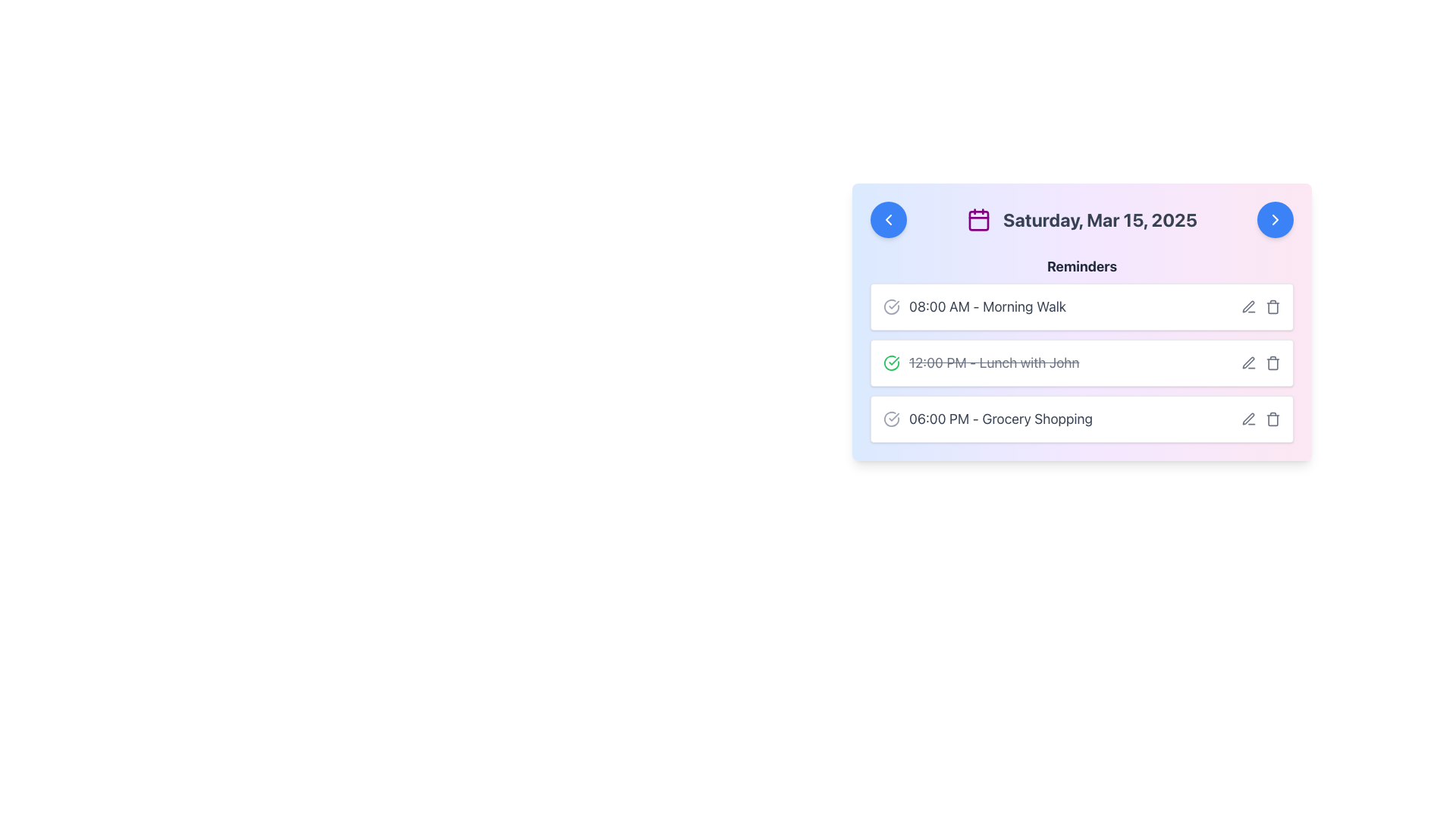 The image size is (1456, 819). What do you see at coordinates (888, 219) in the screenshot?
I see `the left-pointing chevron arrow navigation icon located in the blue circular area` at bounding box center [888, 219].